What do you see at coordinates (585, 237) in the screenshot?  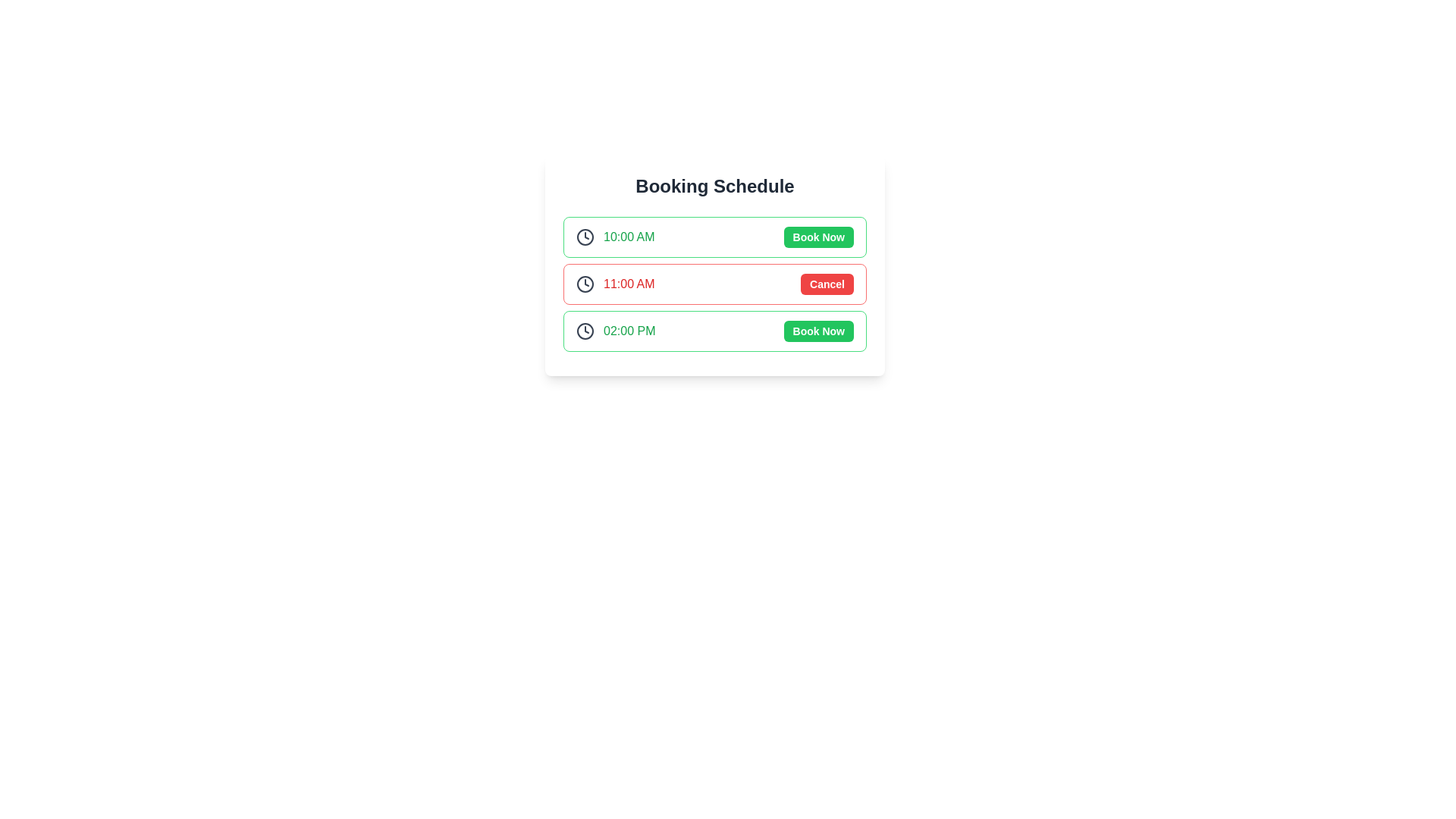 I see `the clock icon located to the left of the text '10:00 AM' in the first row of the booking schedule` at bounding box center [585, 237].